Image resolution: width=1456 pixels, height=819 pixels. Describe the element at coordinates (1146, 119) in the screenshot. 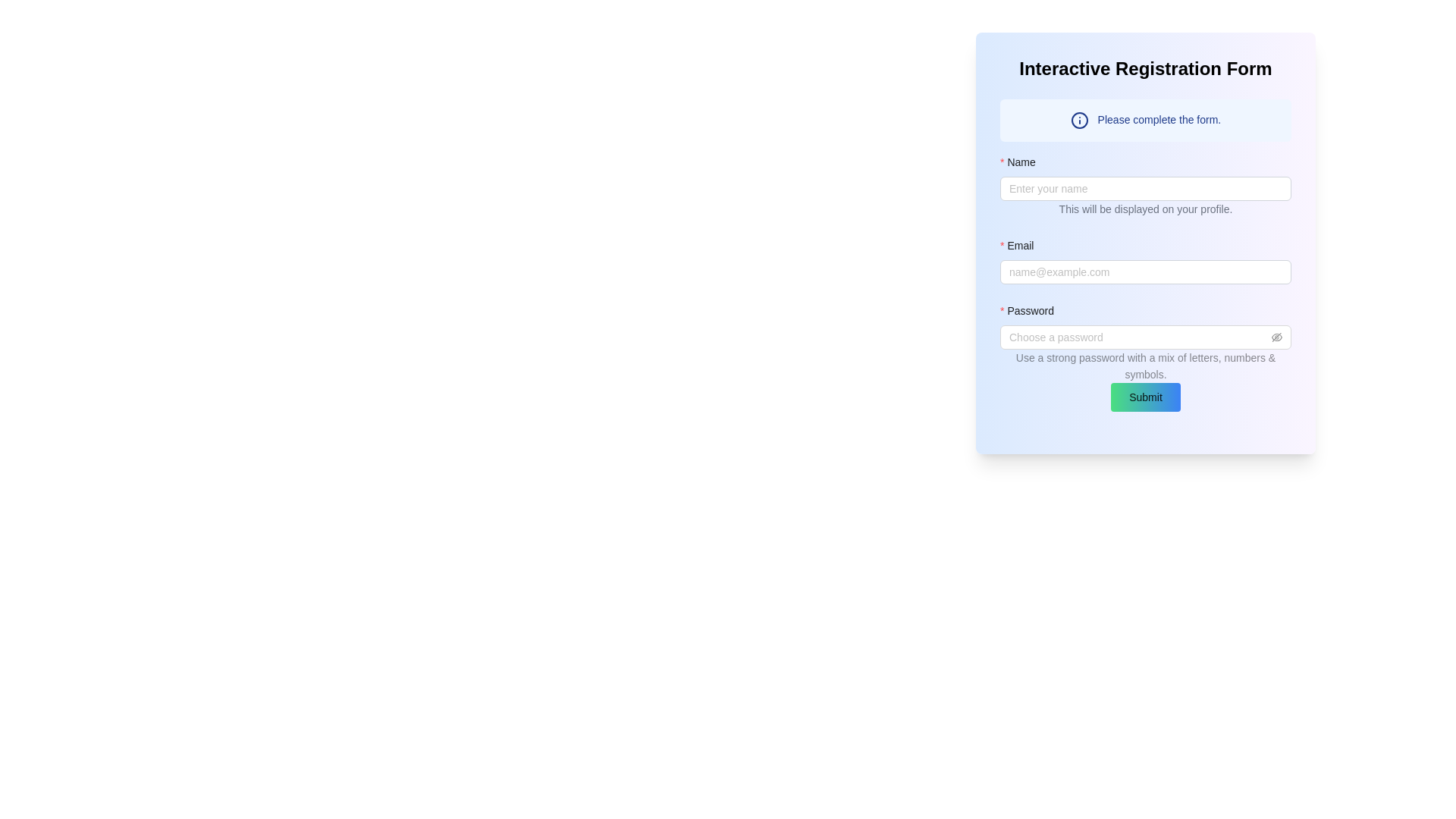

I see `the informational notice or alert box that contains the message 'Please complete the form.' with a light blue background, located at the top of the registration form` at that location.